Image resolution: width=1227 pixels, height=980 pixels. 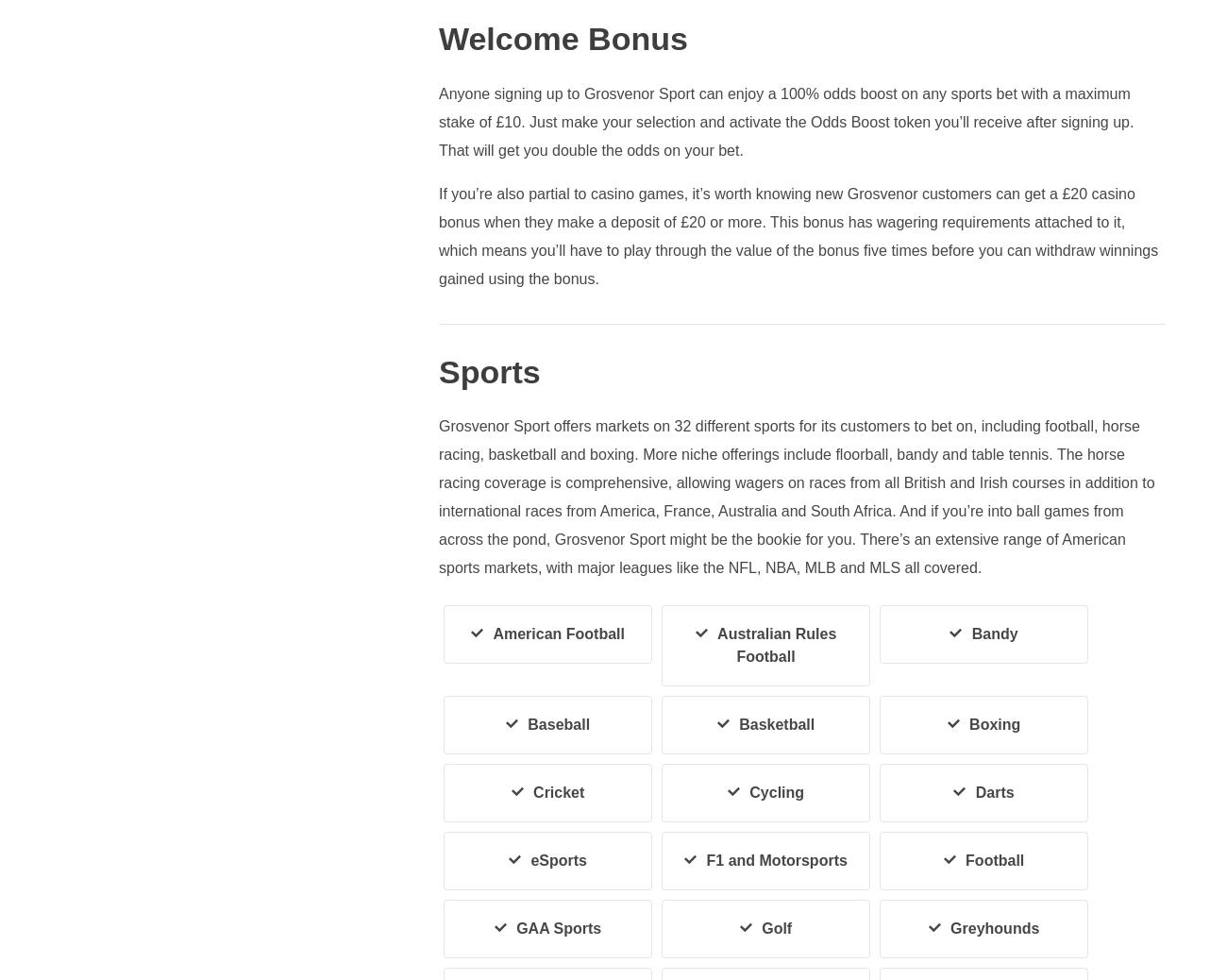 I want to click on 'Anyone signing up to Grosvenor Sport can enjoy a 100% odds boost on any sports bet with a maximum stake of £10. Just make your selection and activate the Odds Boost token you’ll receive after signing up. That will get you double the odds on your bet.', so click(x=436, y=120).